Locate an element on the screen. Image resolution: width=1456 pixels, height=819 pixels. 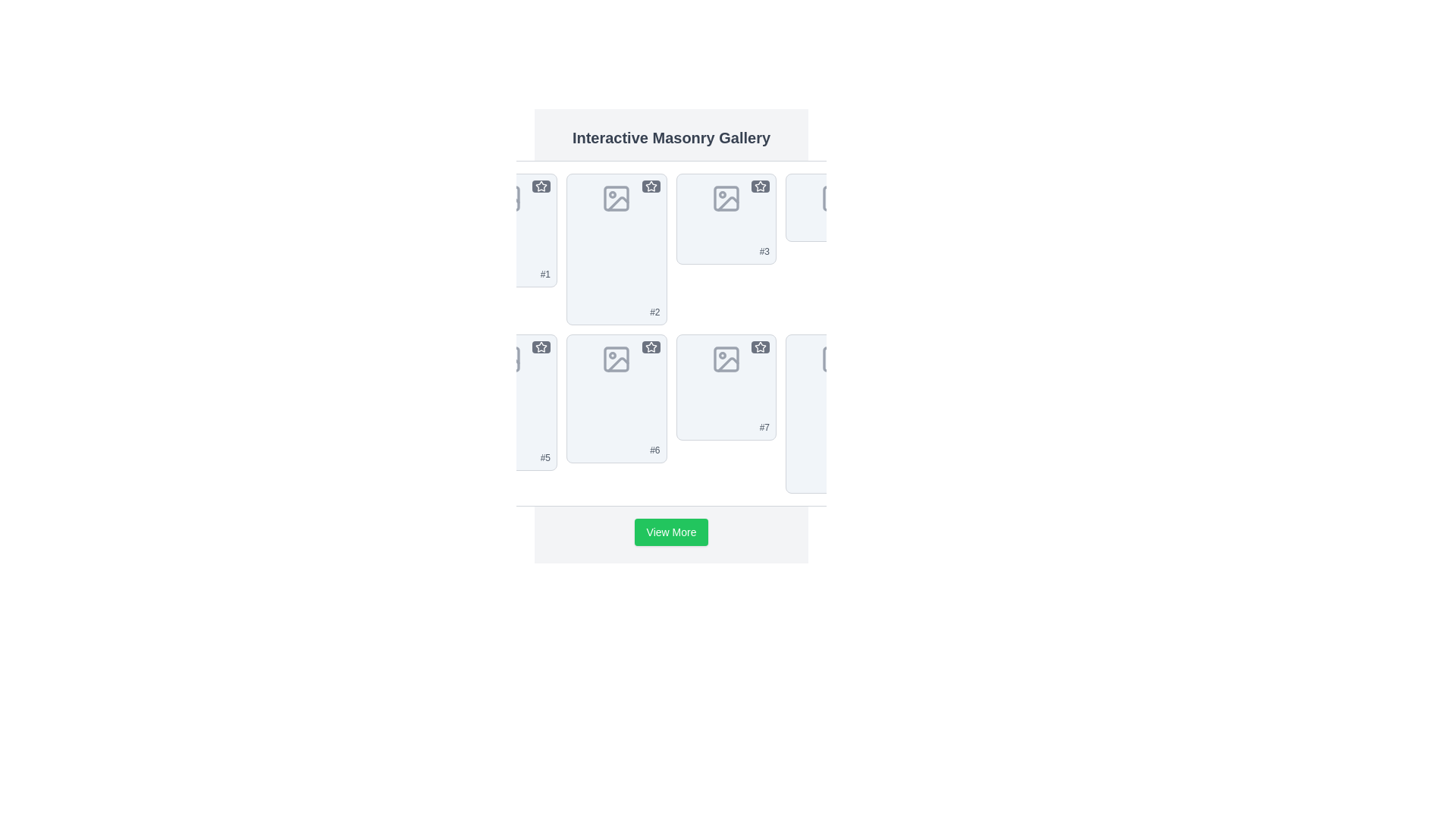
the star icon located in the top-left corner of the sixth card in the masonry-style grid to mark or favorite the item is located at coordinates (651, 346).